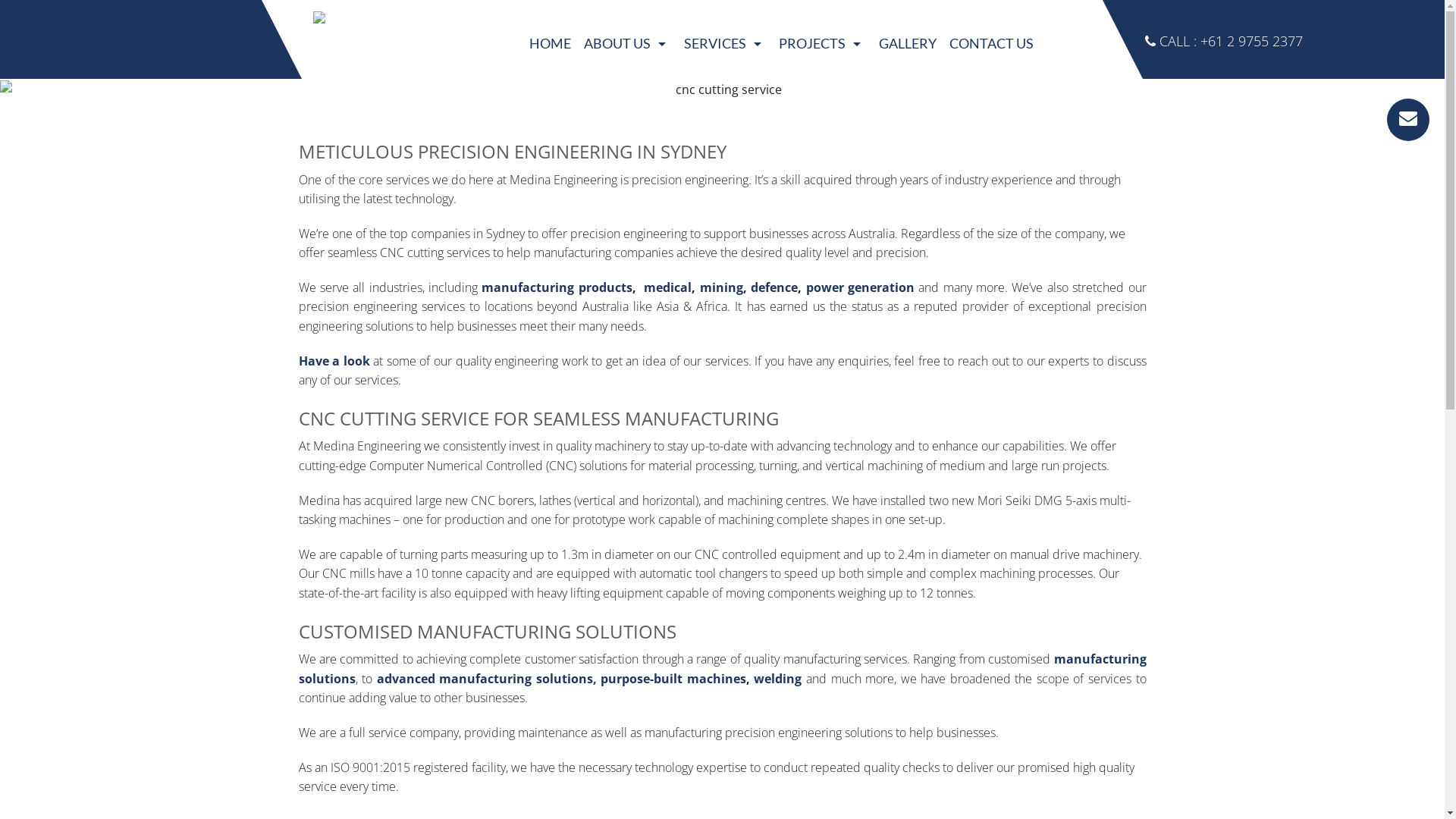 The image size is (1456, 819). Describe the element at coordinates (907, 42) in the screenshot. I see `'GALLERY'` at that location.